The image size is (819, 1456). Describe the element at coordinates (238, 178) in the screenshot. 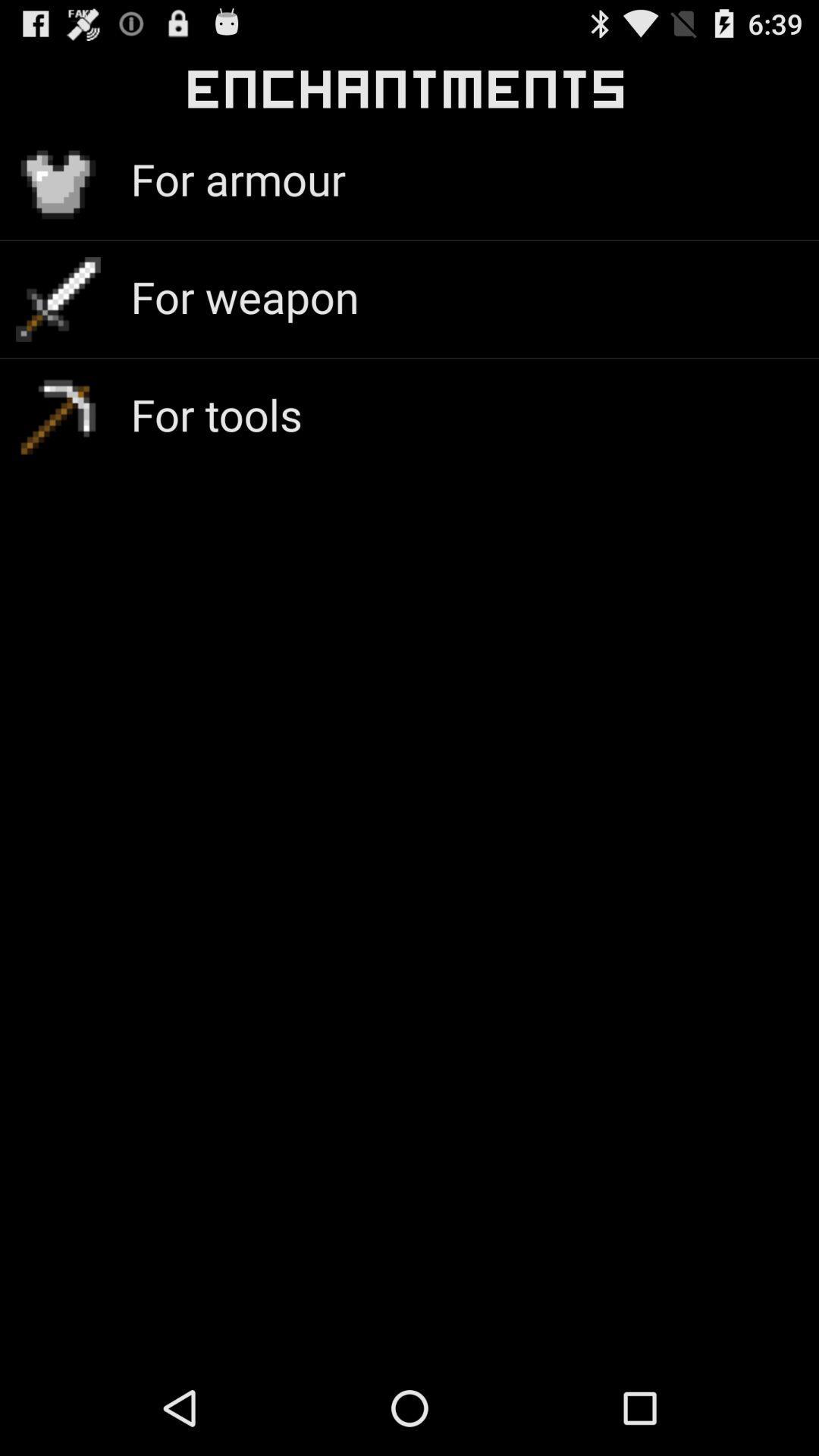

I see `the item below the enchantments icon` at that location.